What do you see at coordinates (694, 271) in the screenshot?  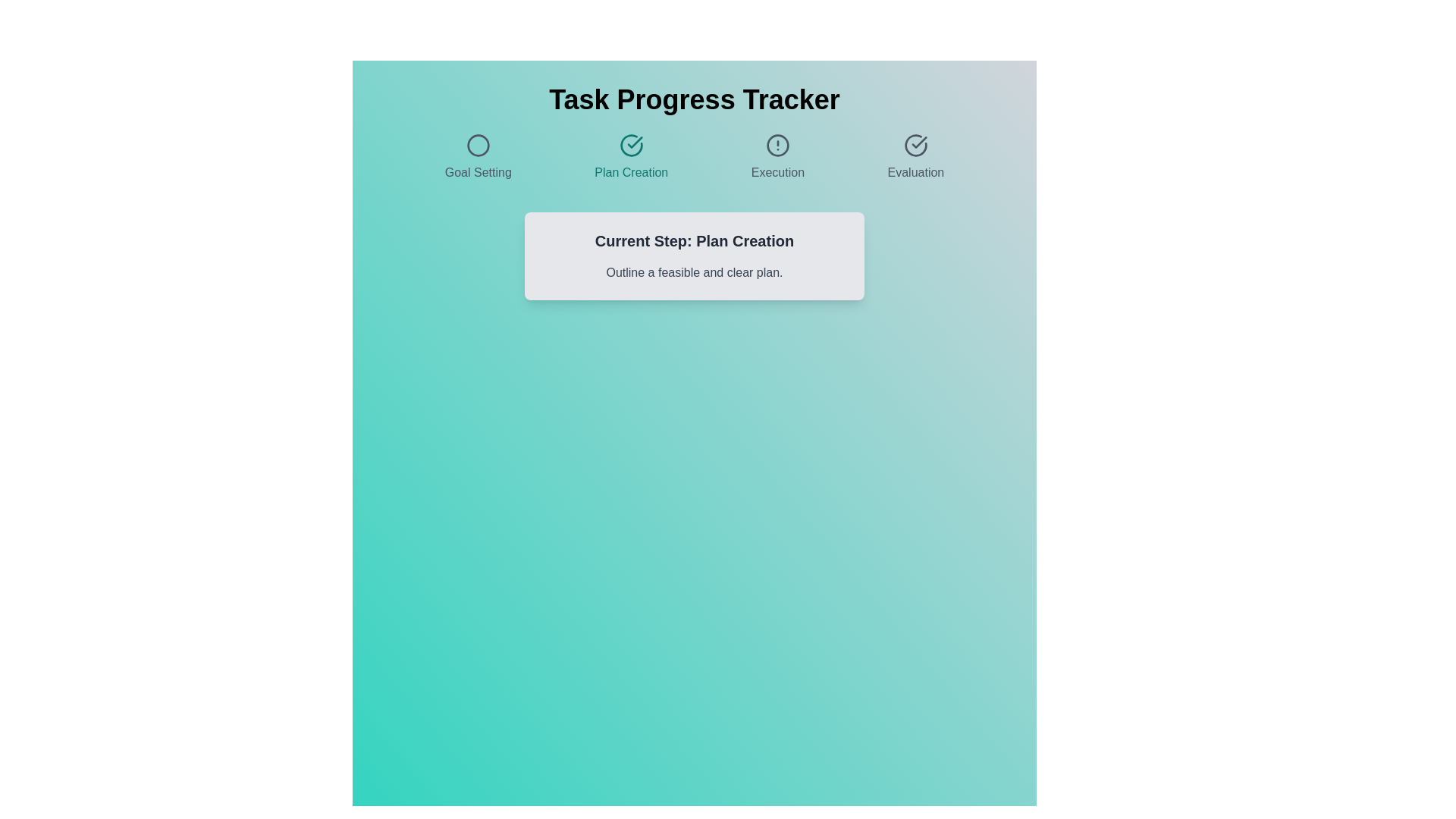 I see `the description area of the current step to focus on it` at bounding box center [694, 271].